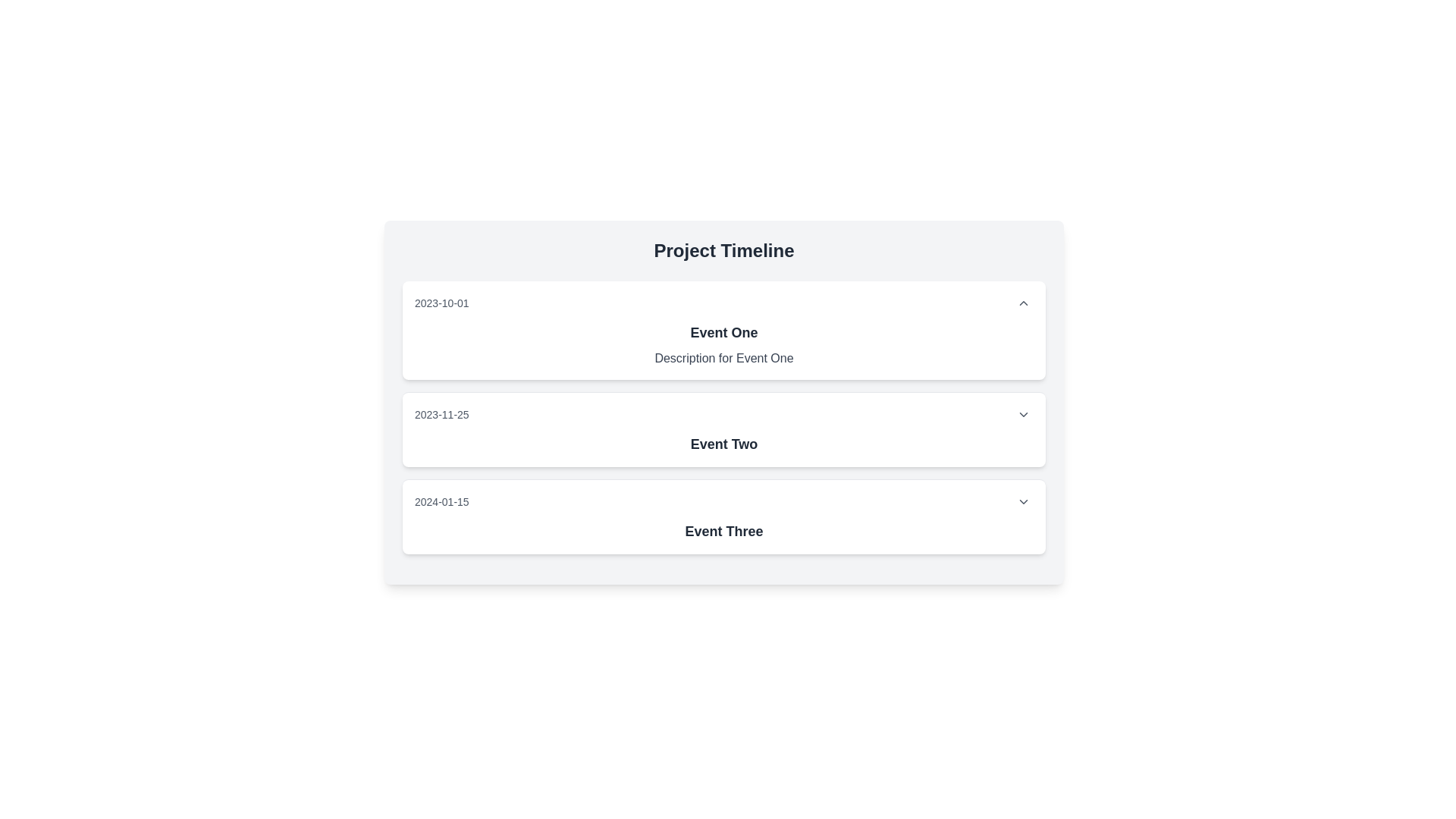  What do you see at coordinates (723, 332) in the screenshot?
I see `the static text that serves as a title or header for the event on the date '2023-10-01', which is positioned above the descriptive text 'Description for Event One'` at bounding box center [723, 332].